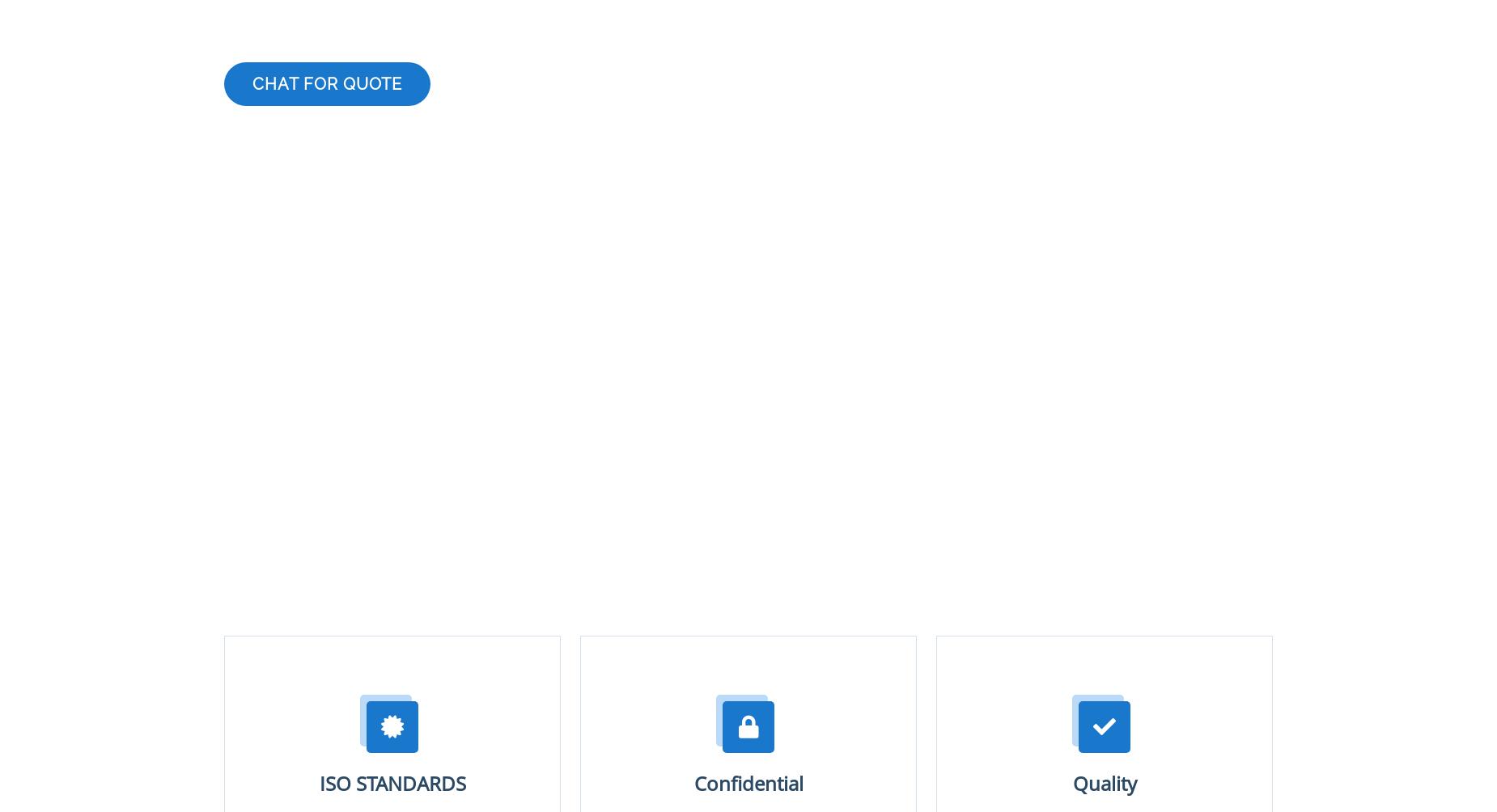 The image size is (1497, 812). What do you see at coordinates (270, 593) in the screenshot?
I see `'Translation'` at bounding box center [270, 593].